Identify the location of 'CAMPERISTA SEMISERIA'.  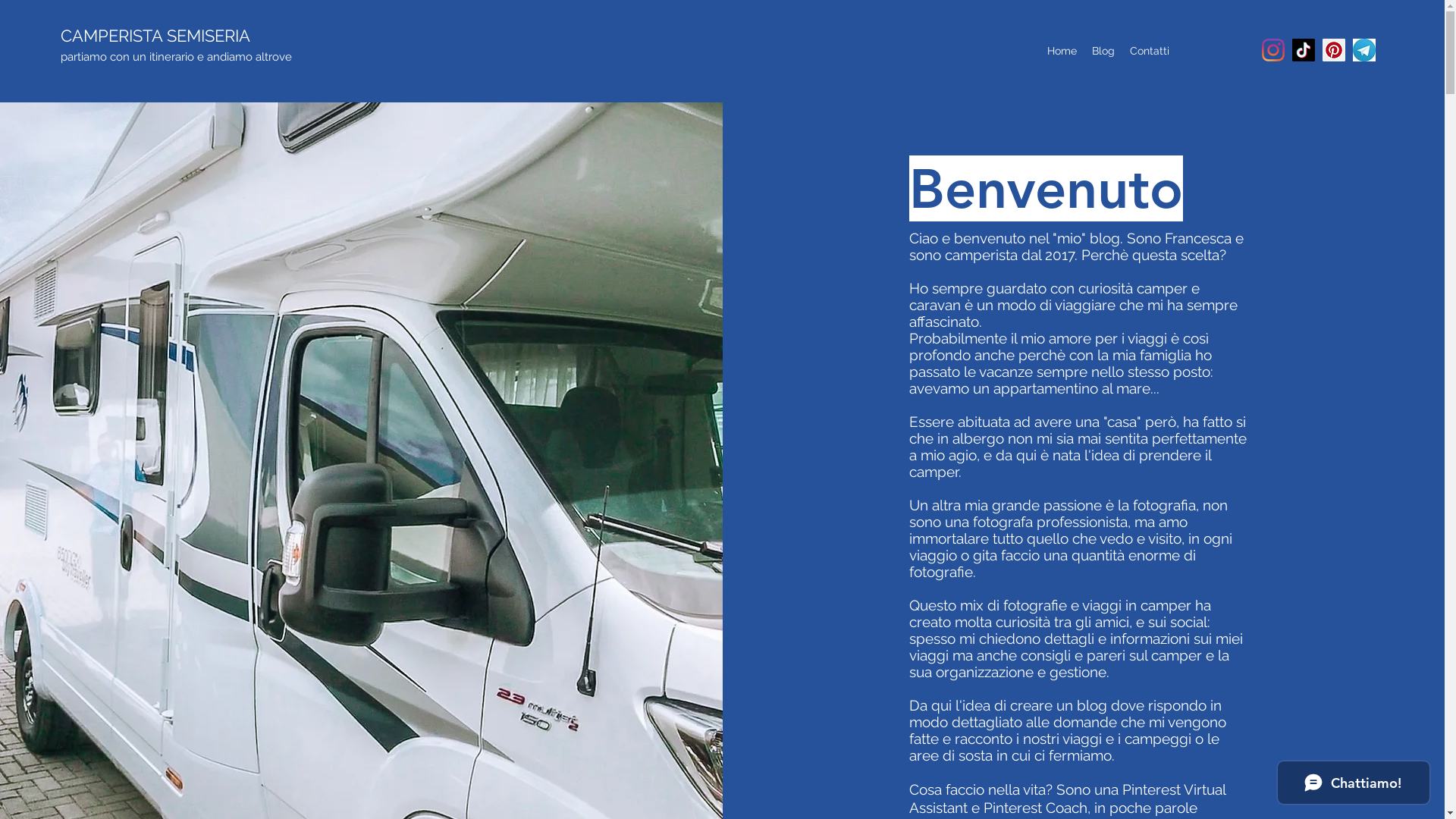
(155, 34).